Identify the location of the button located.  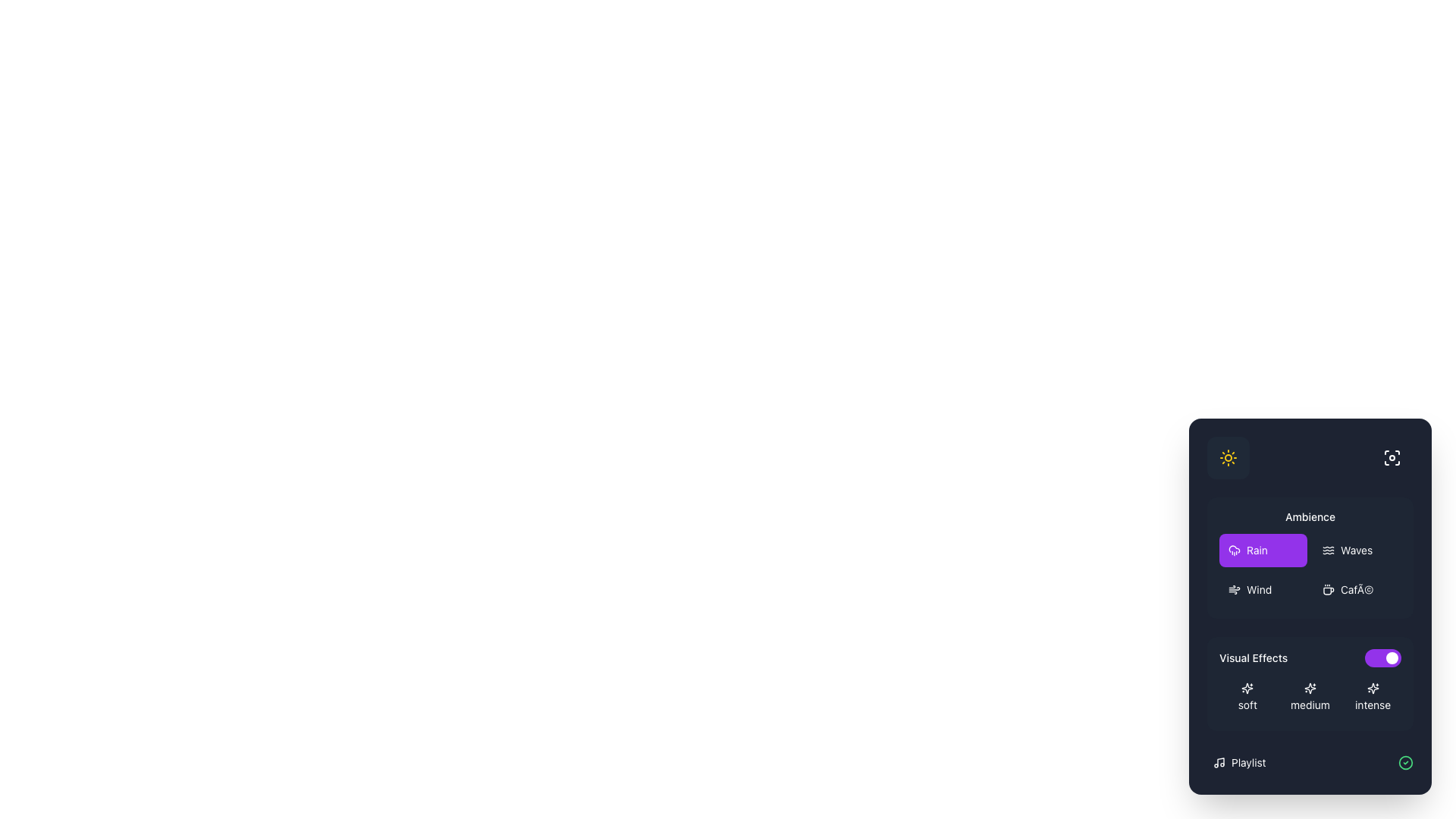
(1392, 457).